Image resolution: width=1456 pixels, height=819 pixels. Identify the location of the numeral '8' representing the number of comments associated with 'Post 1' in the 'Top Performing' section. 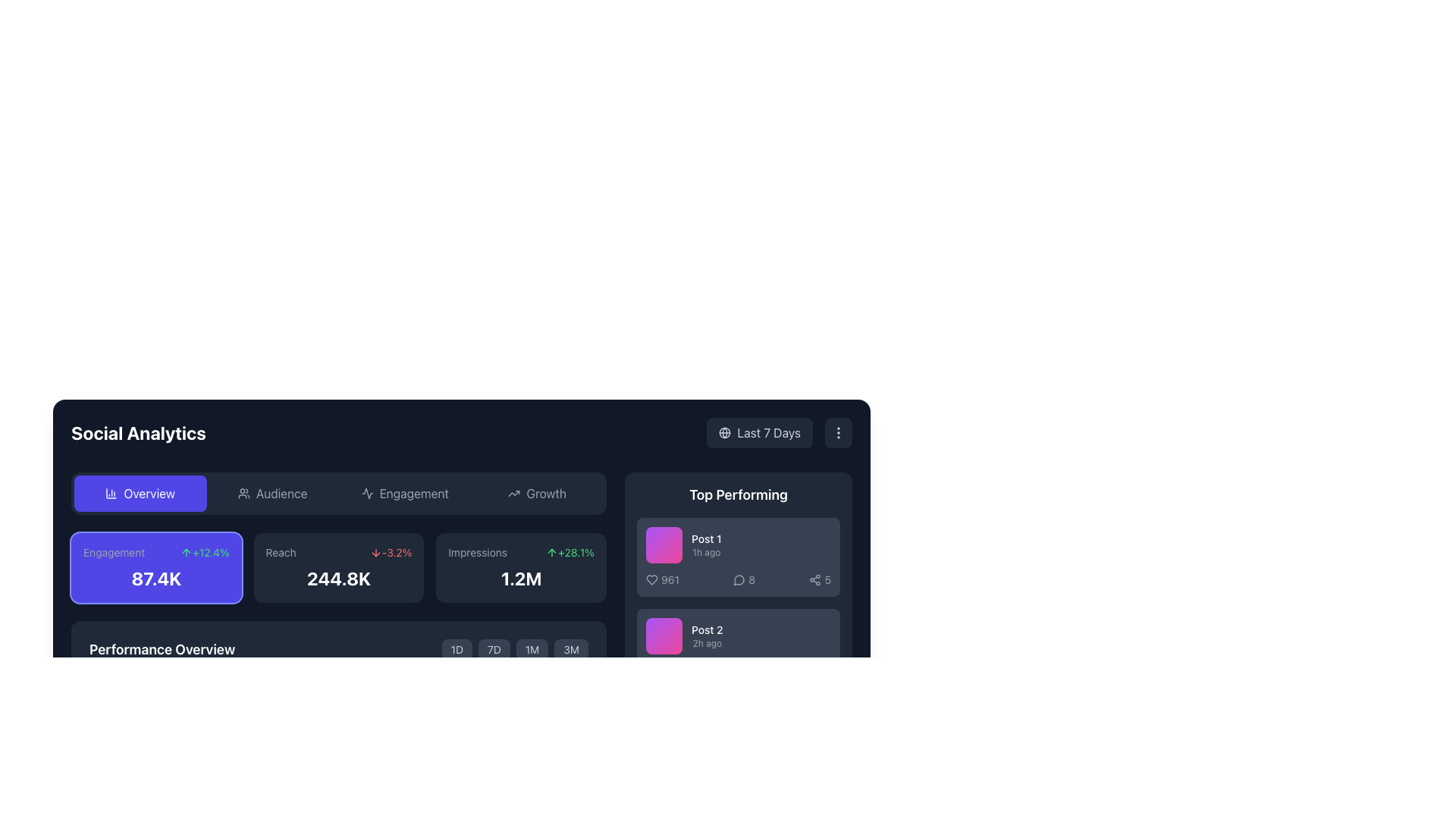
(744, 579).